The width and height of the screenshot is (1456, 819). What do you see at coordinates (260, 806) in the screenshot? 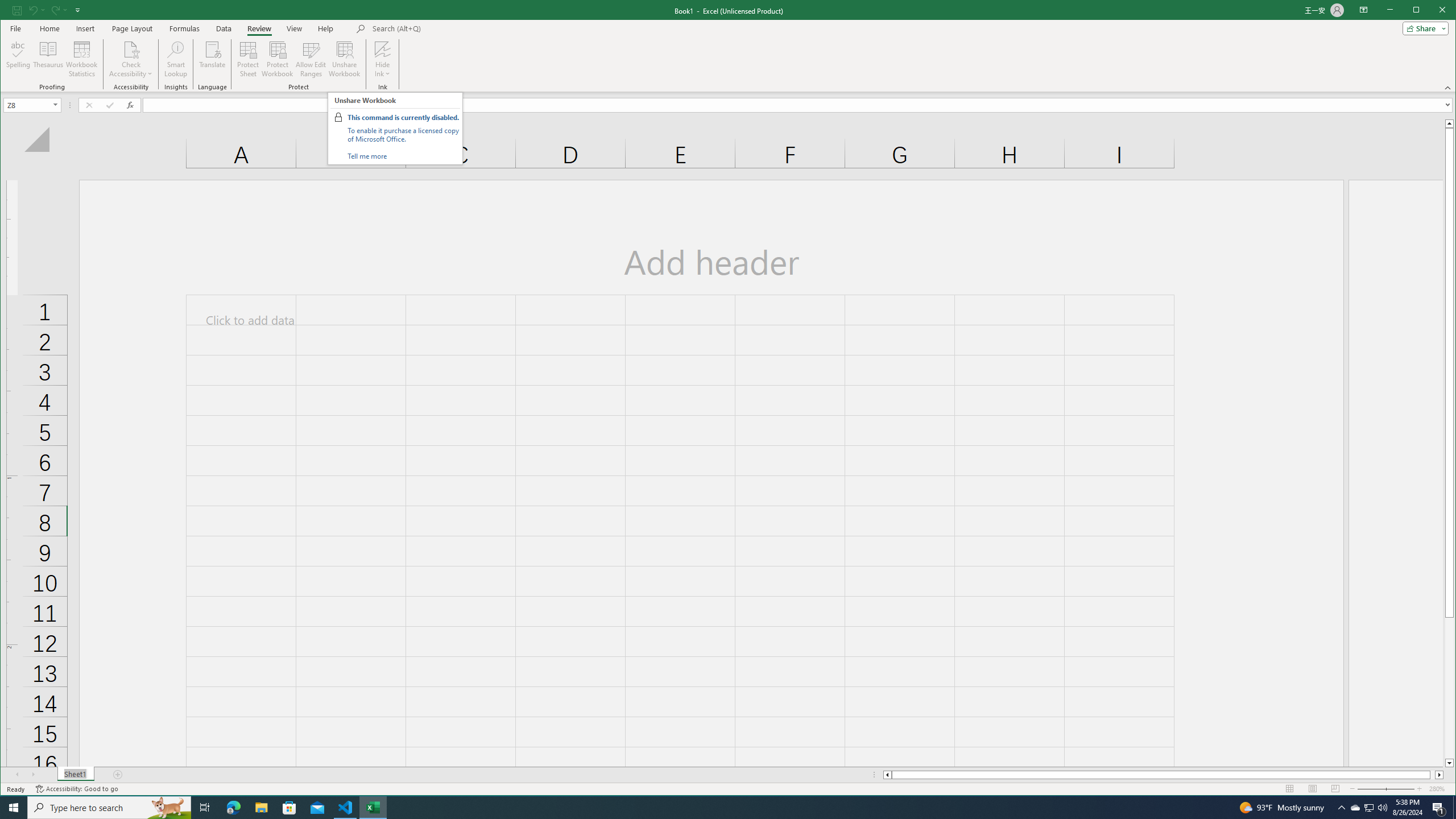
I see `'File Explorer'` at bounding box center [260, 806].